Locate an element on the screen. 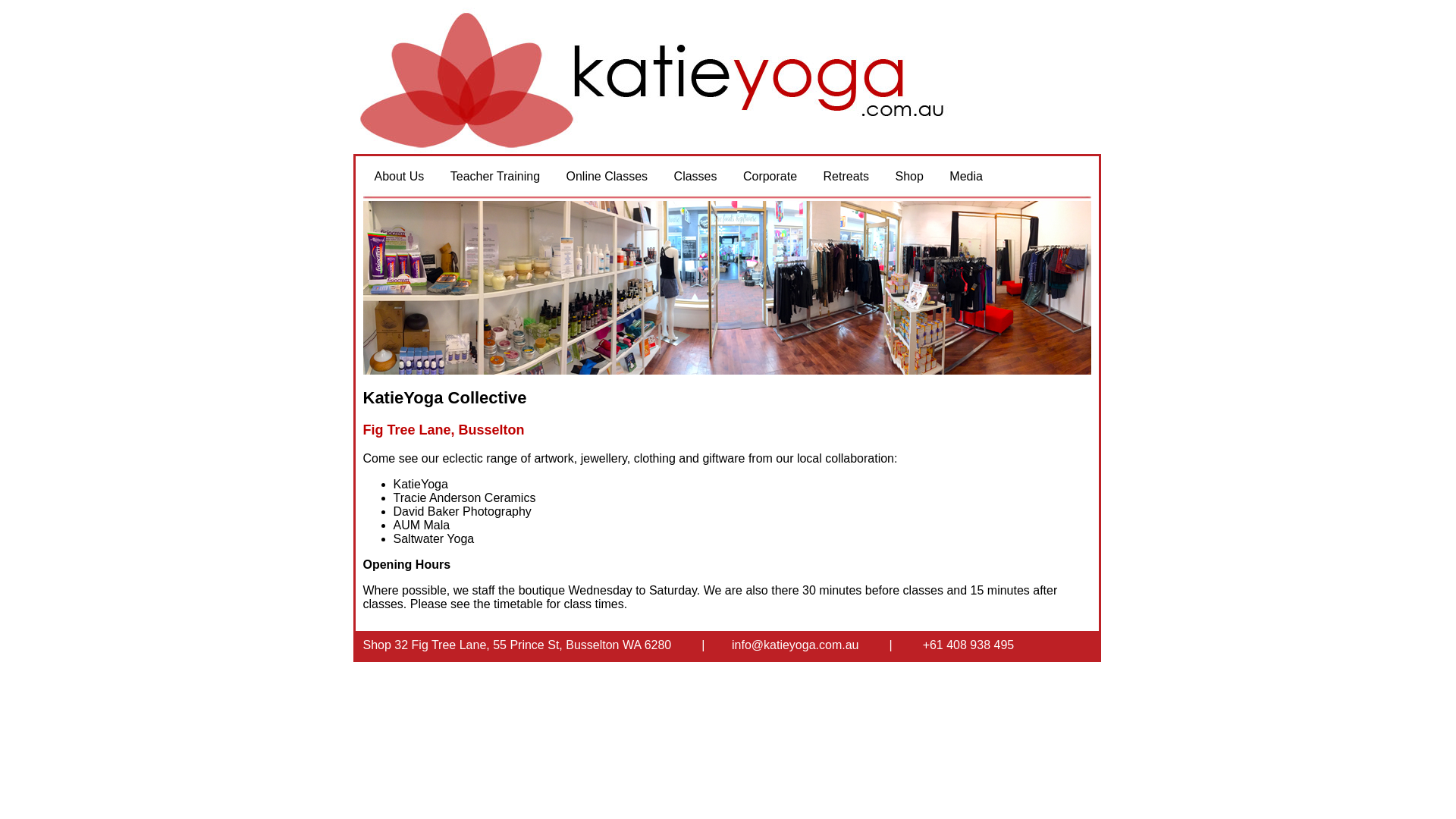 The width and height of the screenshot is (1456, 819). 'Retreats' is located at coordinates (846, 175).